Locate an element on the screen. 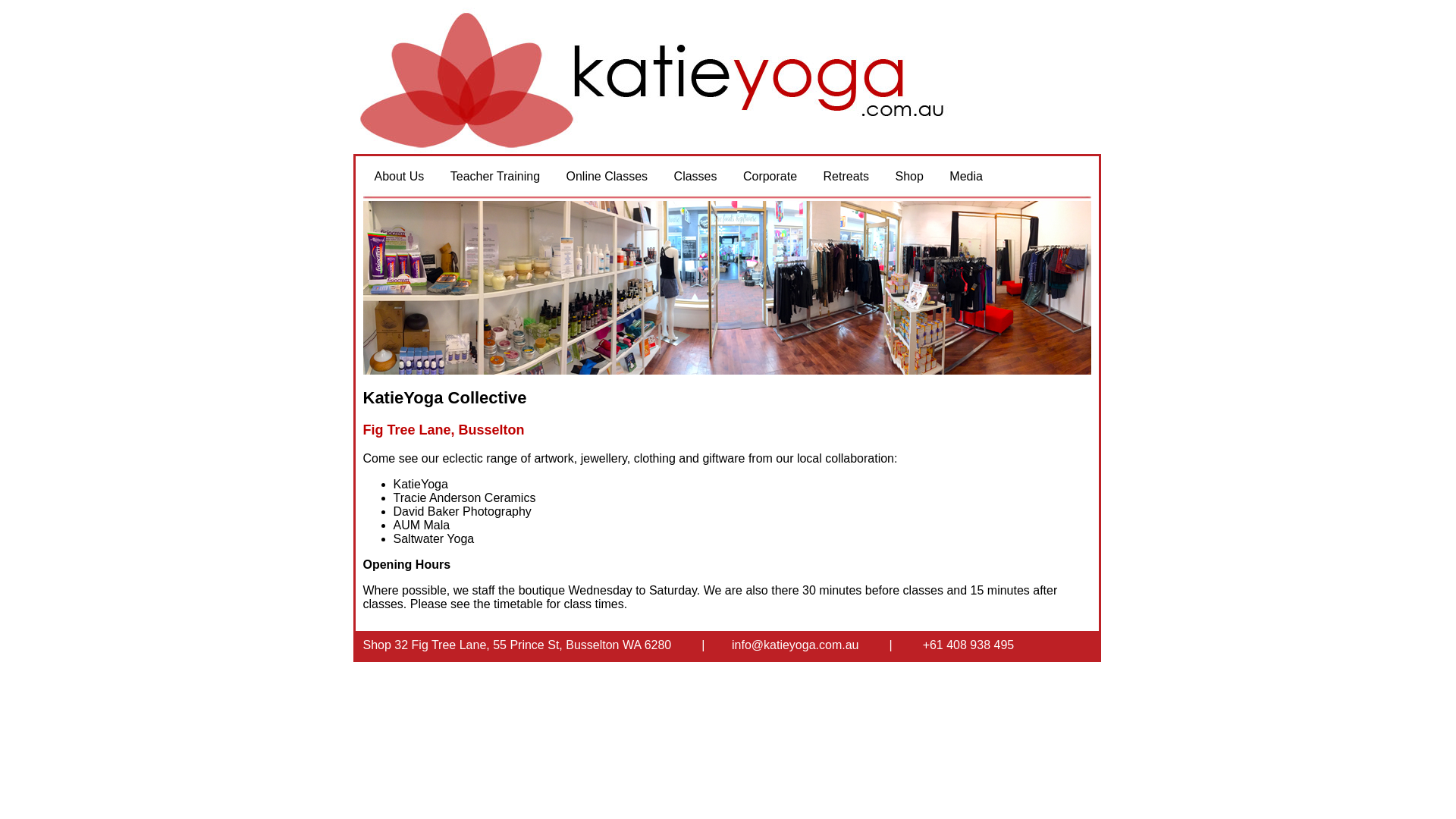 The width and height of the screenshot is (1456, 819). 'Retreats' is located at coordinates (846, 175).